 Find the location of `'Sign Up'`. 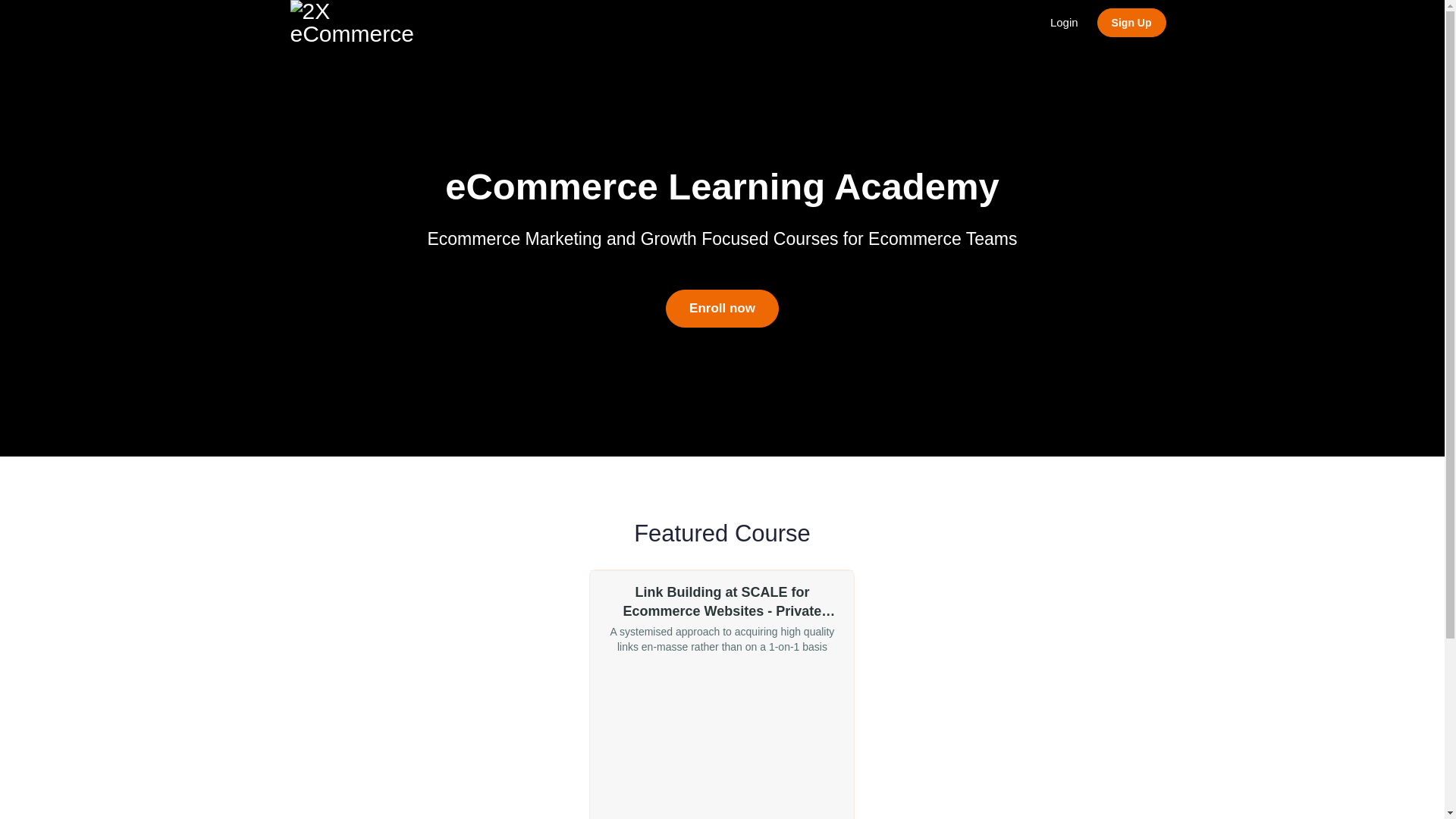

'Sign Up' is located at coordinates (1131, 23).